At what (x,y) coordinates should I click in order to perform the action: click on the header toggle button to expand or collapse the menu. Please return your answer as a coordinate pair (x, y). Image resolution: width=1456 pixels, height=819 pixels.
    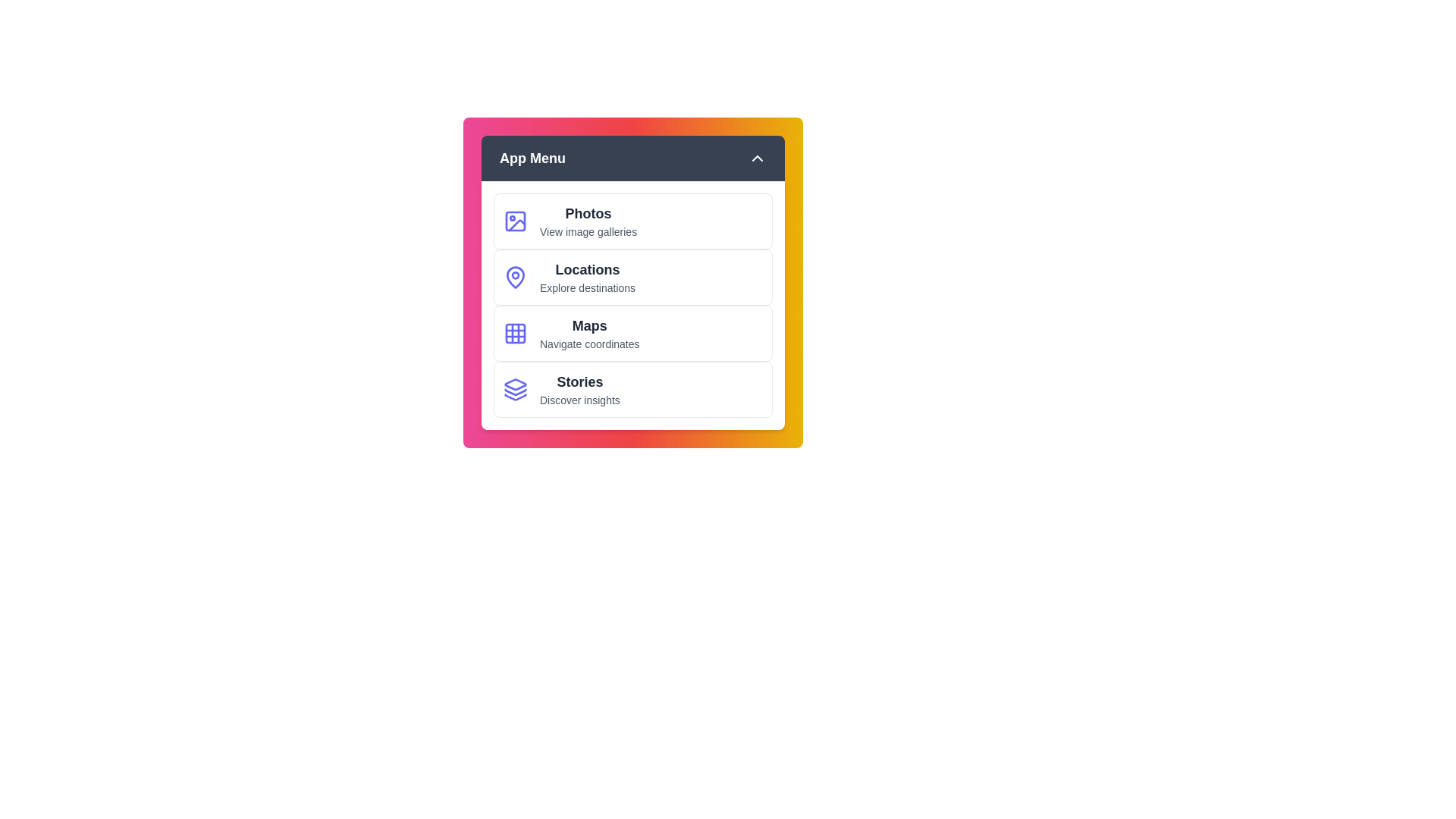
    Looking at the image, I should click on (633, 158).